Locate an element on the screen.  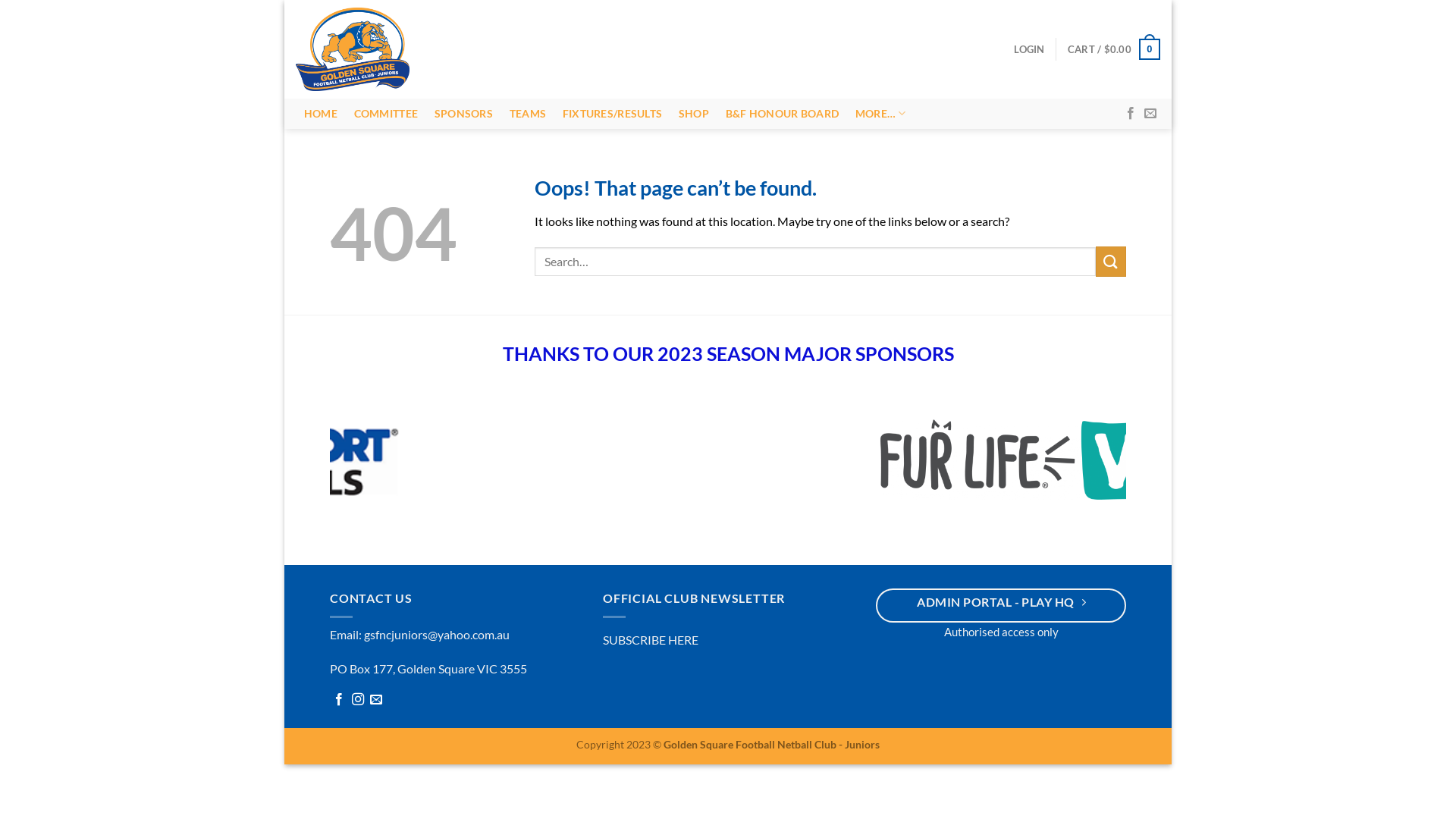
'ADMIN PORTAL - PLAY HQ' is located at coordinates (1001, 607).